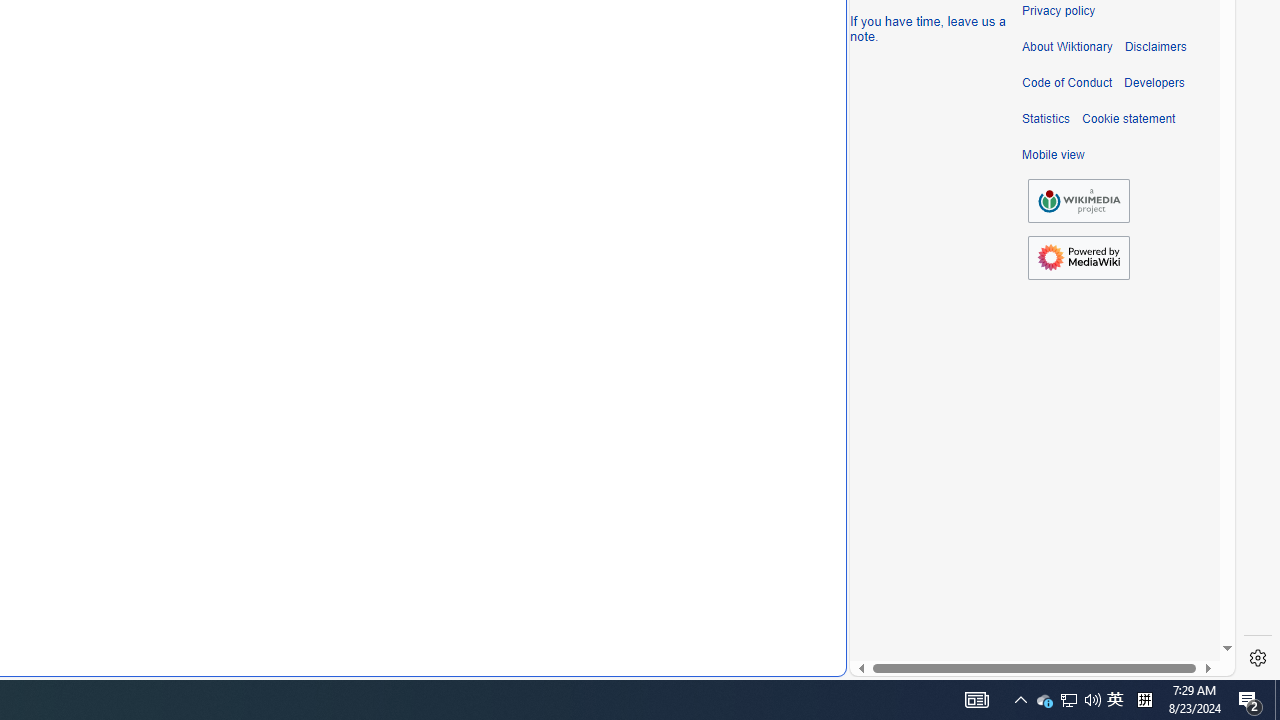 This screenshot has height=720, width=1280. I want to click on 'Privacy policy', so click(1057, 11).